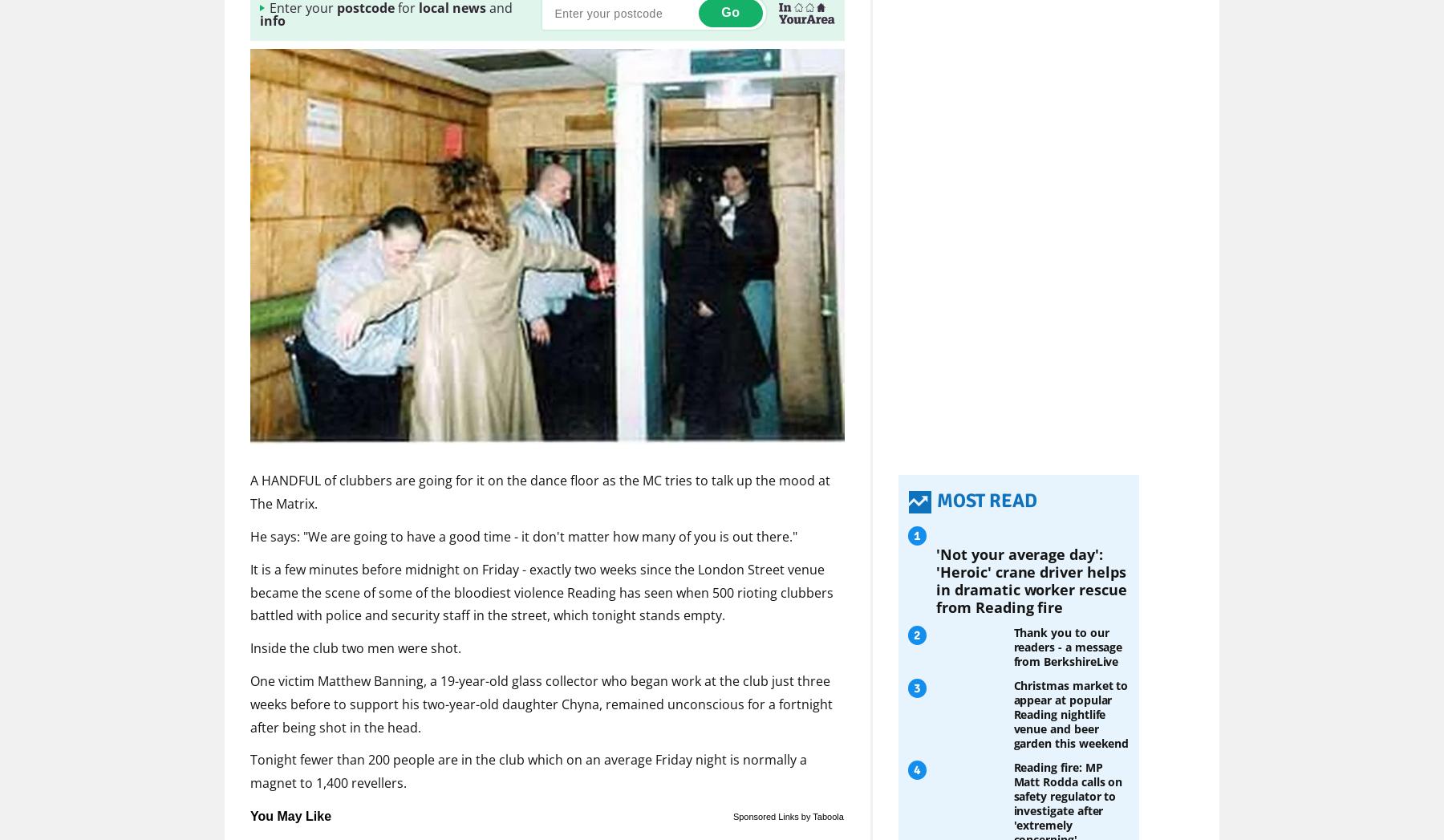 The height and width of the screenshot is (840, 1444). What do you see at coordinates (524, 534) in the screenshot?
I see `'He says: "We are going to have a good time - it don't matter how many of you is out there."'` at bounding box center [524, 534].